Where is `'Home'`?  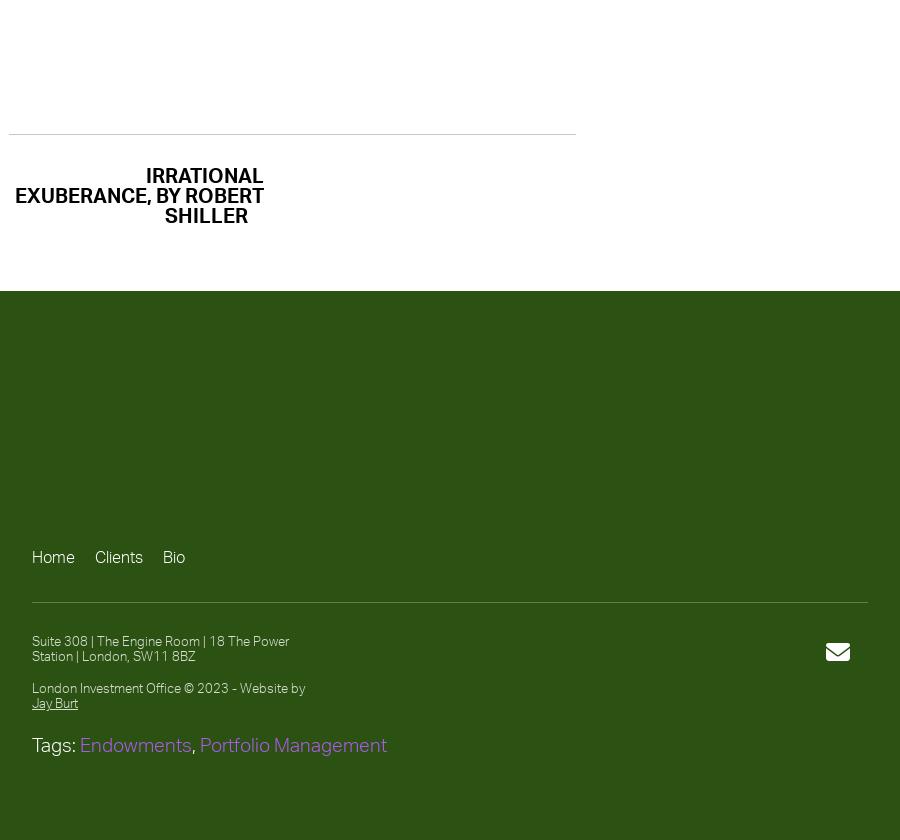
'Home' is located at coordinates (52, 557).